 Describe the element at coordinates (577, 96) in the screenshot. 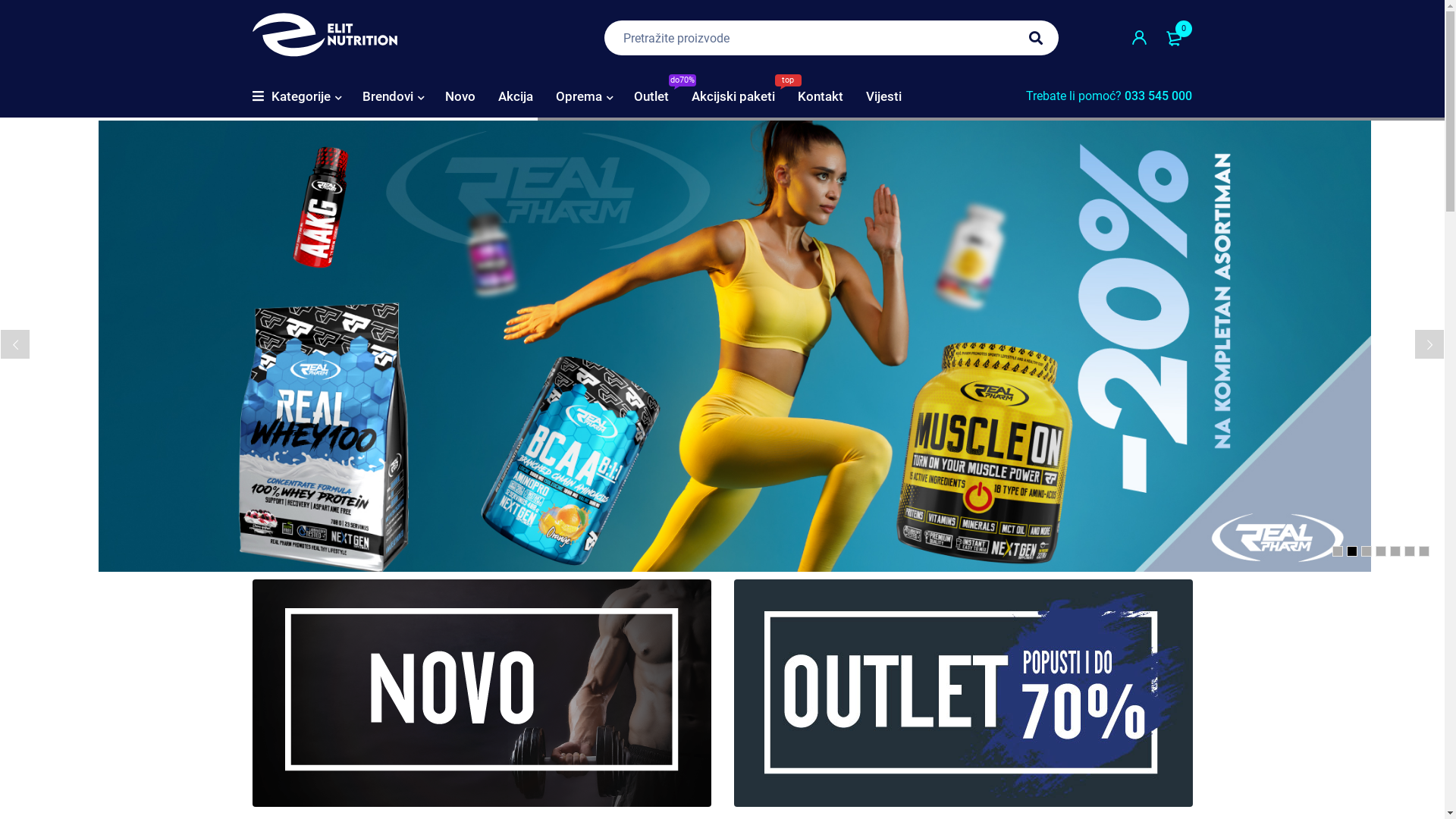

I see `'Oprema'` at that location.